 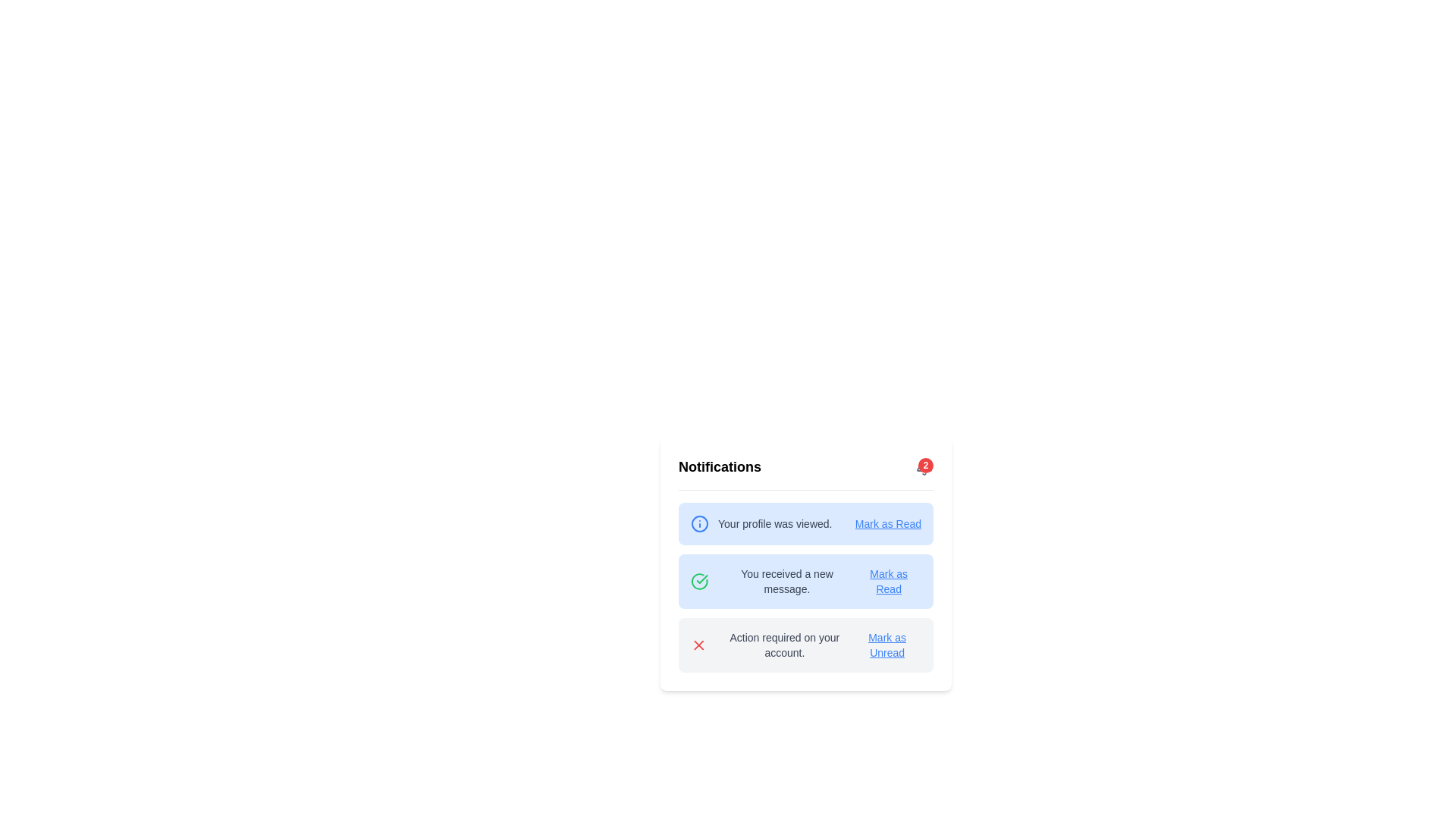 I want to click on the graphical vector shape that symbolizes an alert or an error message, located in the bottom notification item, to the left of the text 'Action required on your account.', so click(x=698, y=645).